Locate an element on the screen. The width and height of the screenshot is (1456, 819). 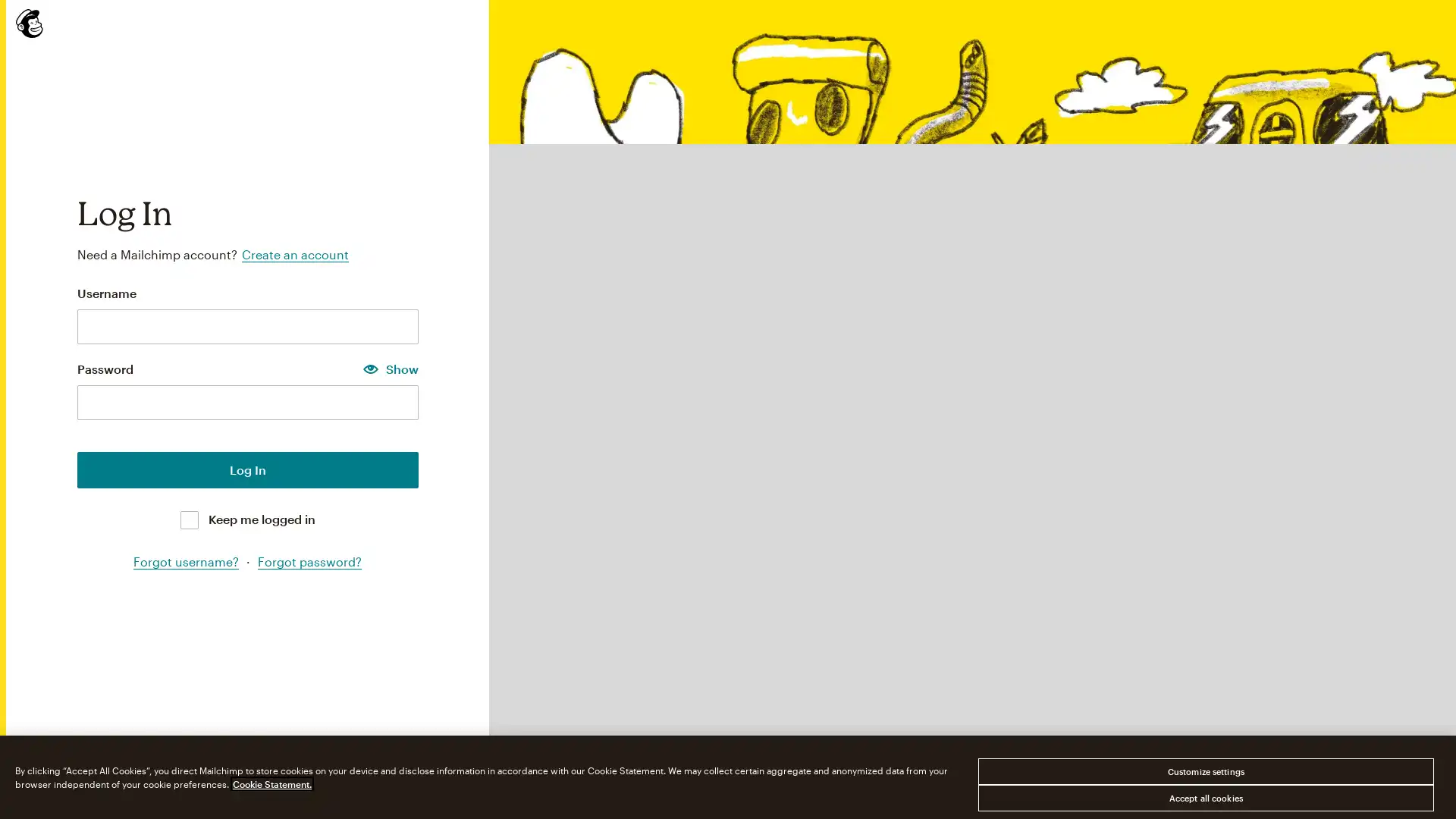
Customize settings is located at coordinates (1204, 771).